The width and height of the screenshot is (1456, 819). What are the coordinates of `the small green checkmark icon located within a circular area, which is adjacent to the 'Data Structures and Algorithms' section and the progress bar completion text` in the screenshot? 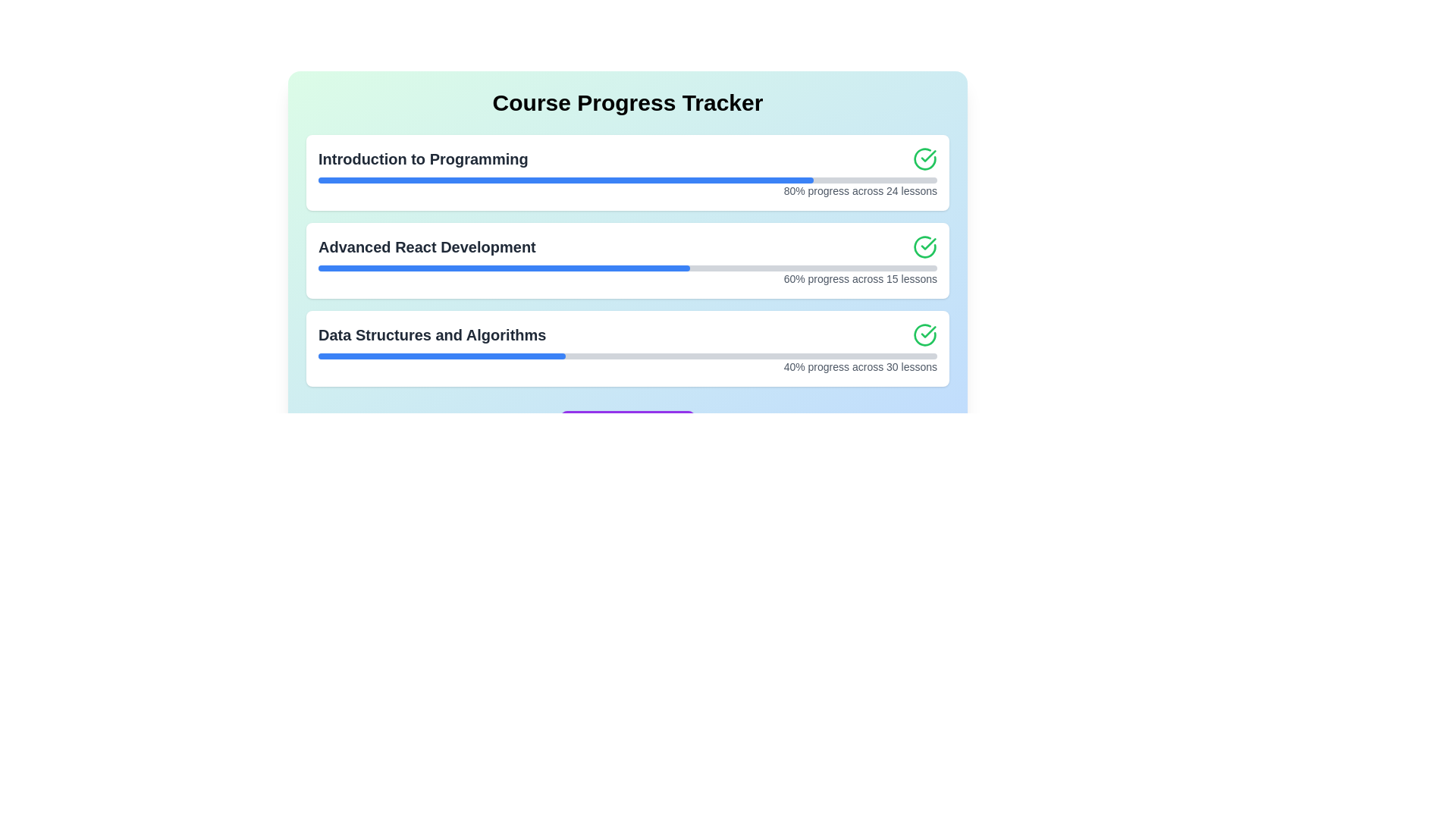 It's located at (927, 155).